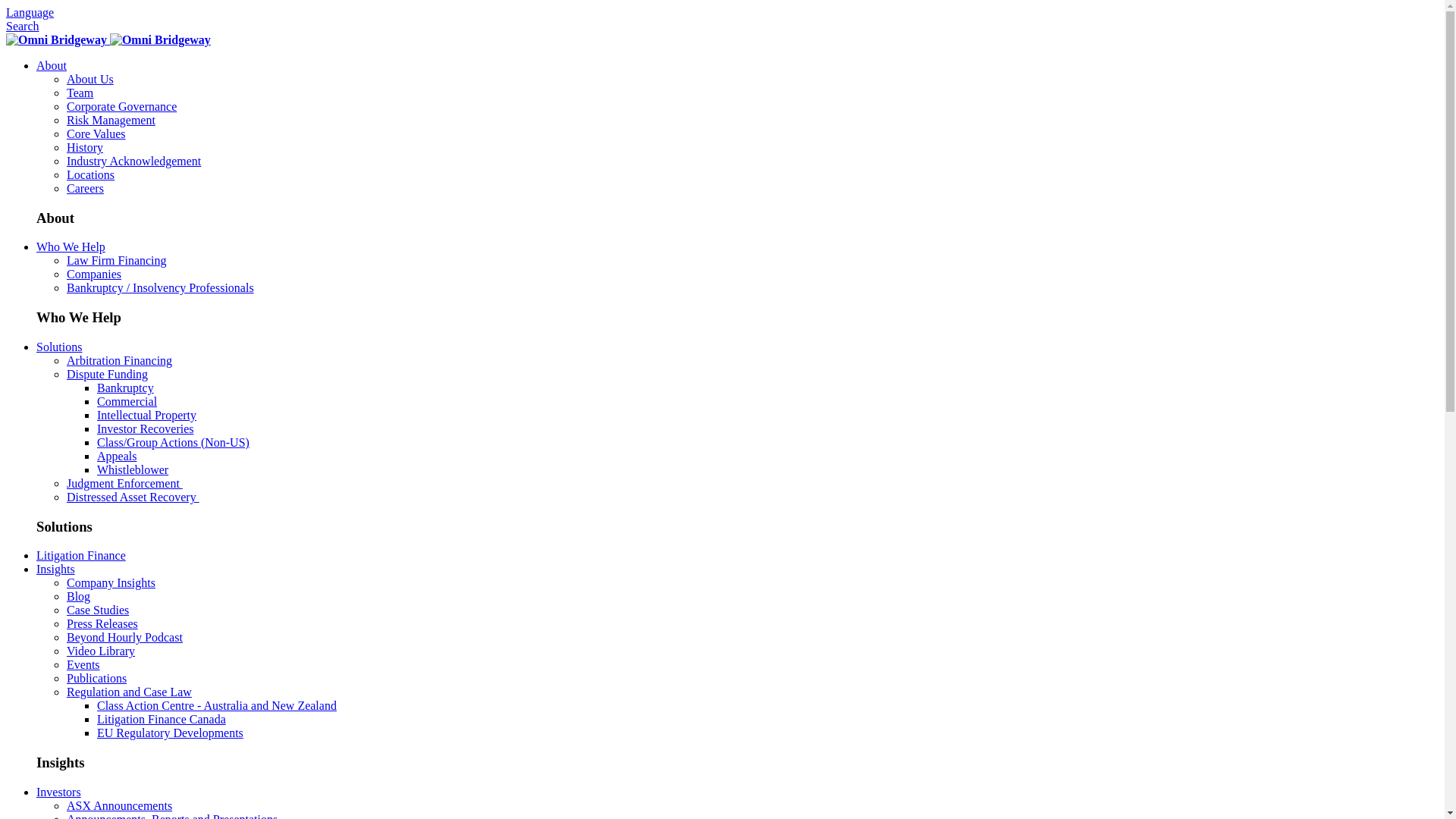  What do you see at coordinates (83, 664) in the screenshot?
I see `'Events'` at bounding box center [83, 664].